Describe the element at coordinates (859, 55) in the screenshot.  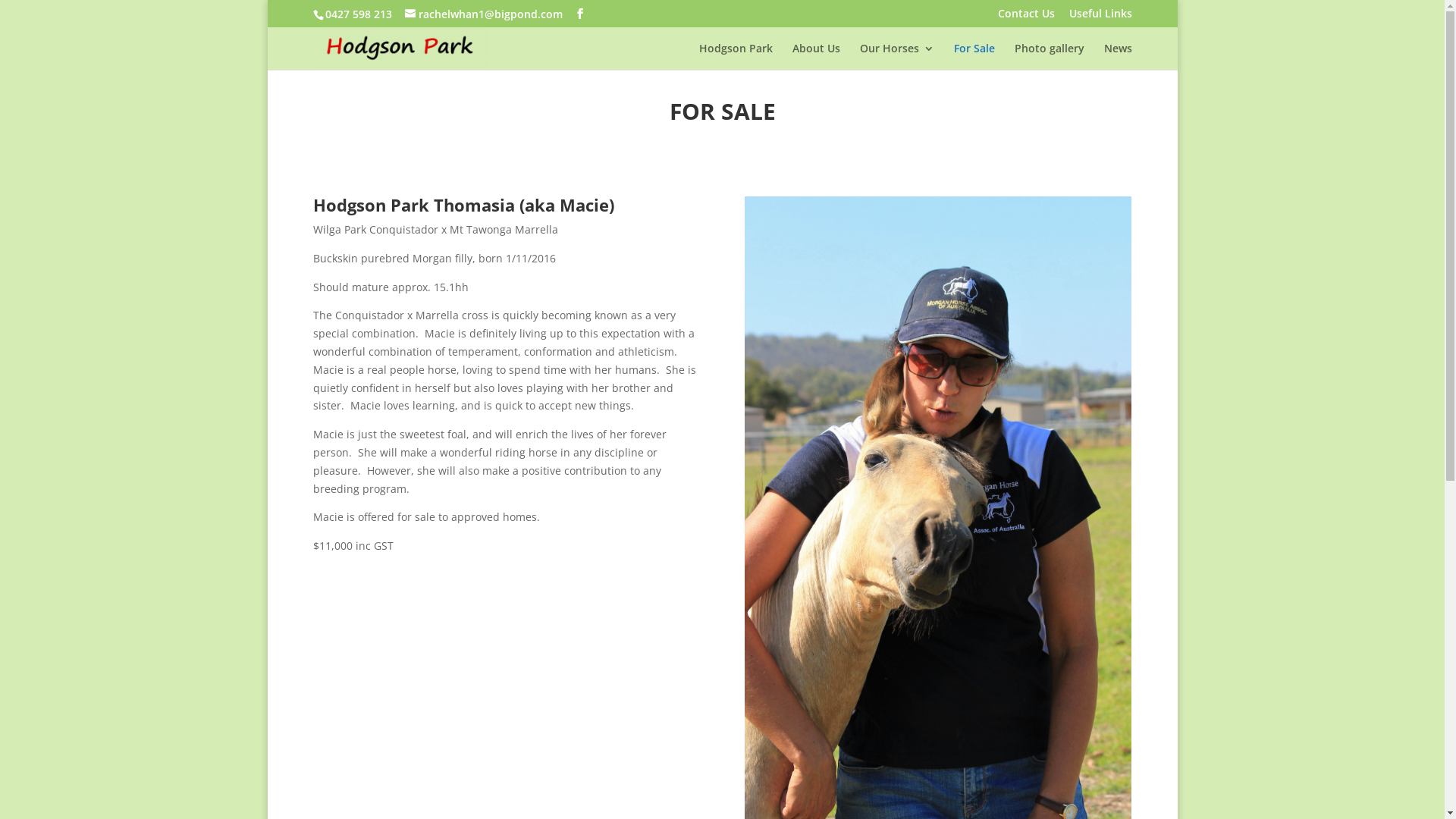
I see `'Our Horses'` at that location.